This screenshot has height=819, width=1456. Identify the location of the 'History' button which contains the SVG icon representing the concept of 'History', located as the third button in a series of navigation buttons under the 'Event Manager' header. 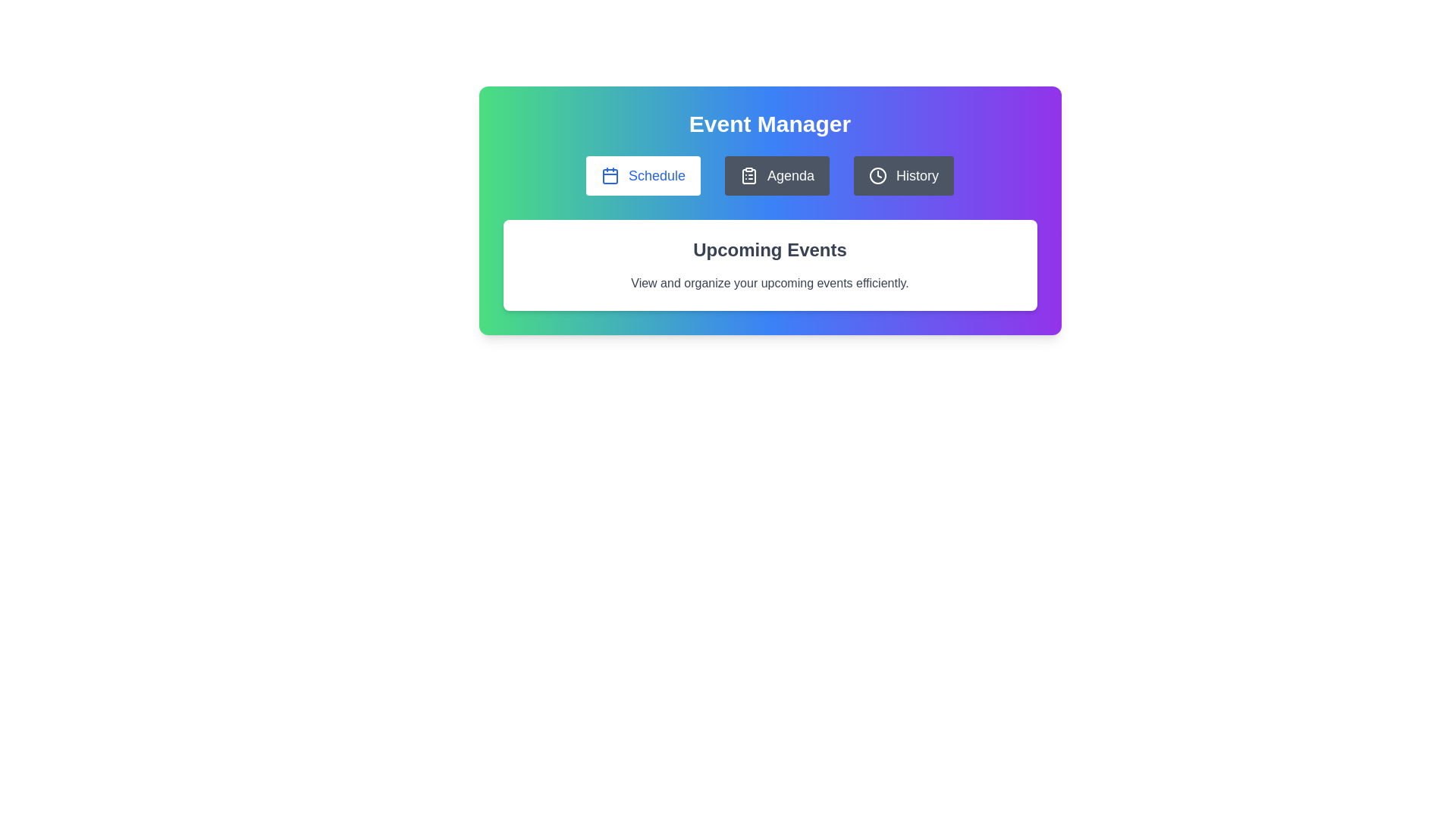
(878, 174).